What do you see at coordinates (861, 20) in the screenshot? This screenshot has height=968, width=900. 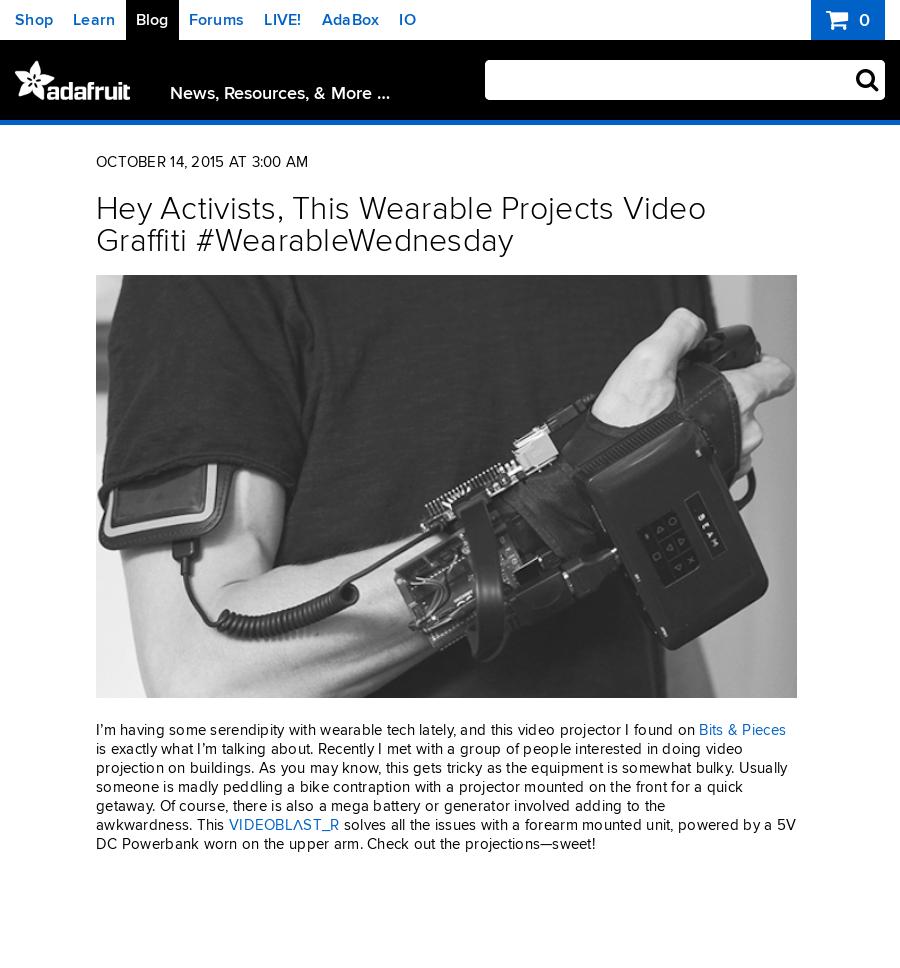 I see `'0'` at bounding box center [861, 20].